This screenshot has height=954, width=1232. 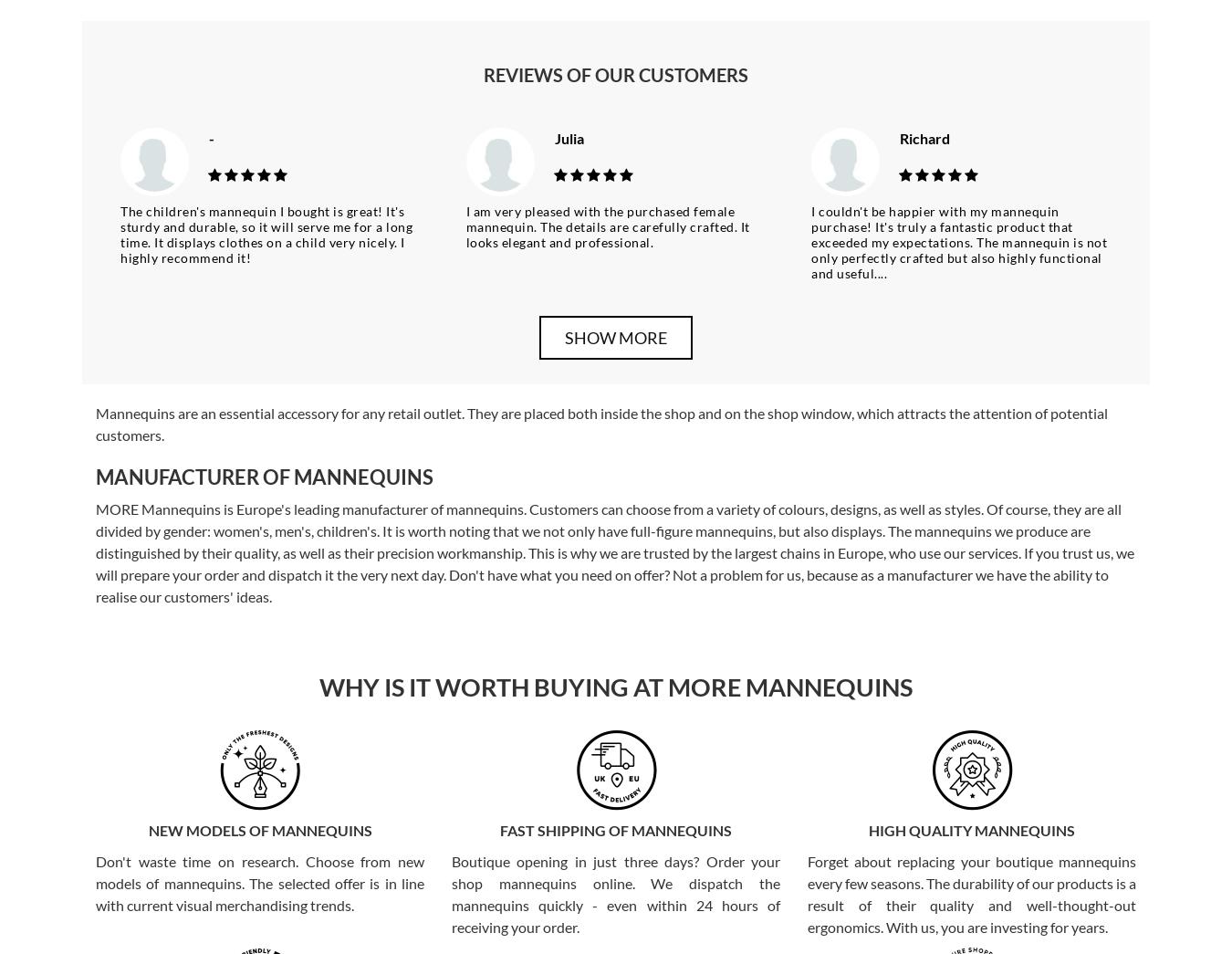 What do you see at coordinates (615, 551) in the screenshot?
I see `'MORE Mannequins is Europe's leading manufacturer of mannequins. Customers can choose from a variety of colours, designs, as well as styles. Of course, they are all divided by gender: women's, men's, children's. It is worth noting that we not only have full-figure mannequins, but also displays. The mannequins we produce are distinguished by their quality, as well as their precision workmanship. This is why we are trusted by the largest chains in Europe, who use our services. If you trust us, we will prepare your order and dispatch it the very next day. Don't have what you need on offer? Not a problem for us, because as a manufacturer we have the ability to realise our customers' ideas.'` at bounding box center [615, 551].